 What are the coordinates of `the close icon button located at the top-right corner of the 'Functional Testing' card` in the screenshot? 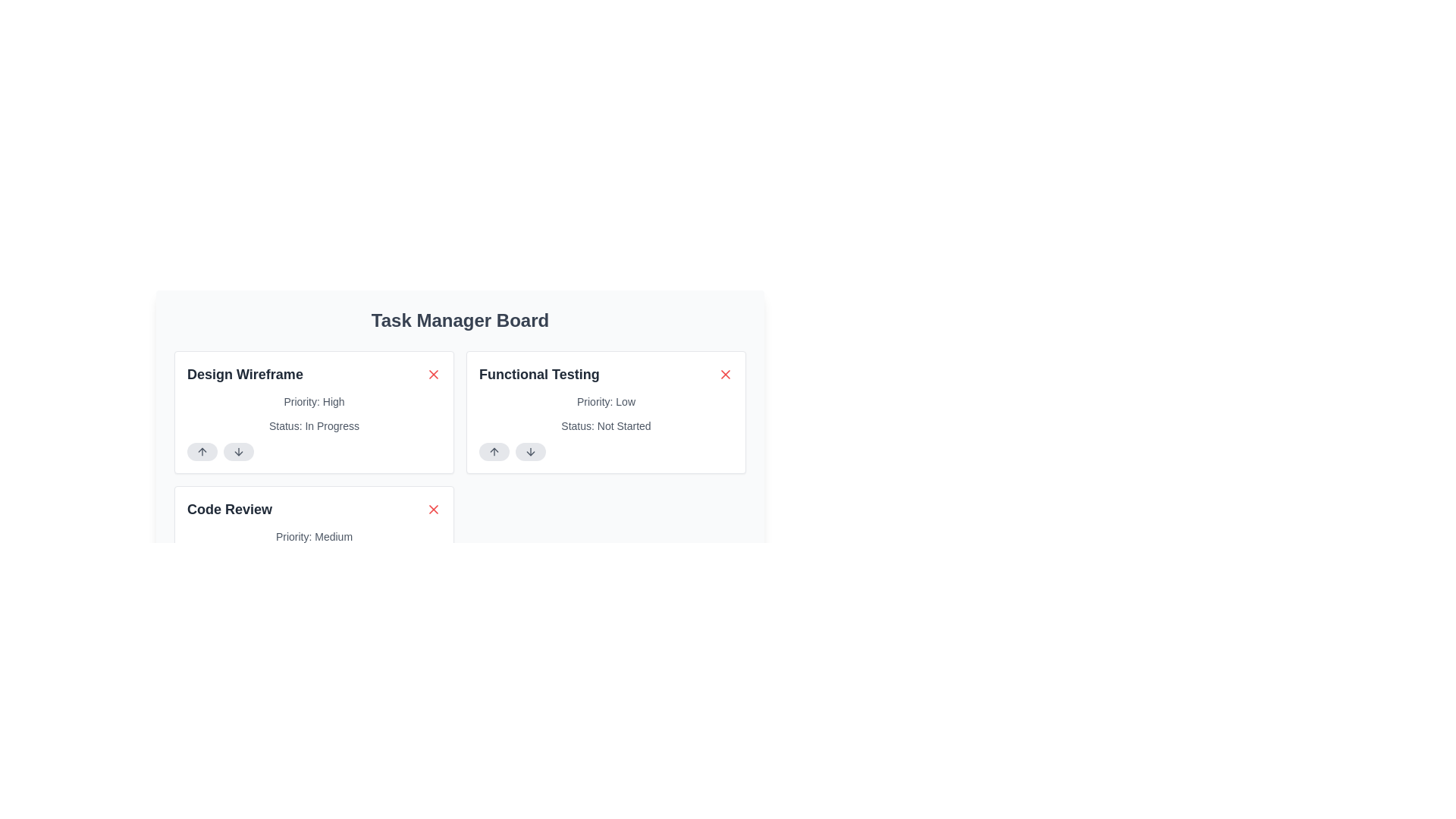 It's located at (724, 374).